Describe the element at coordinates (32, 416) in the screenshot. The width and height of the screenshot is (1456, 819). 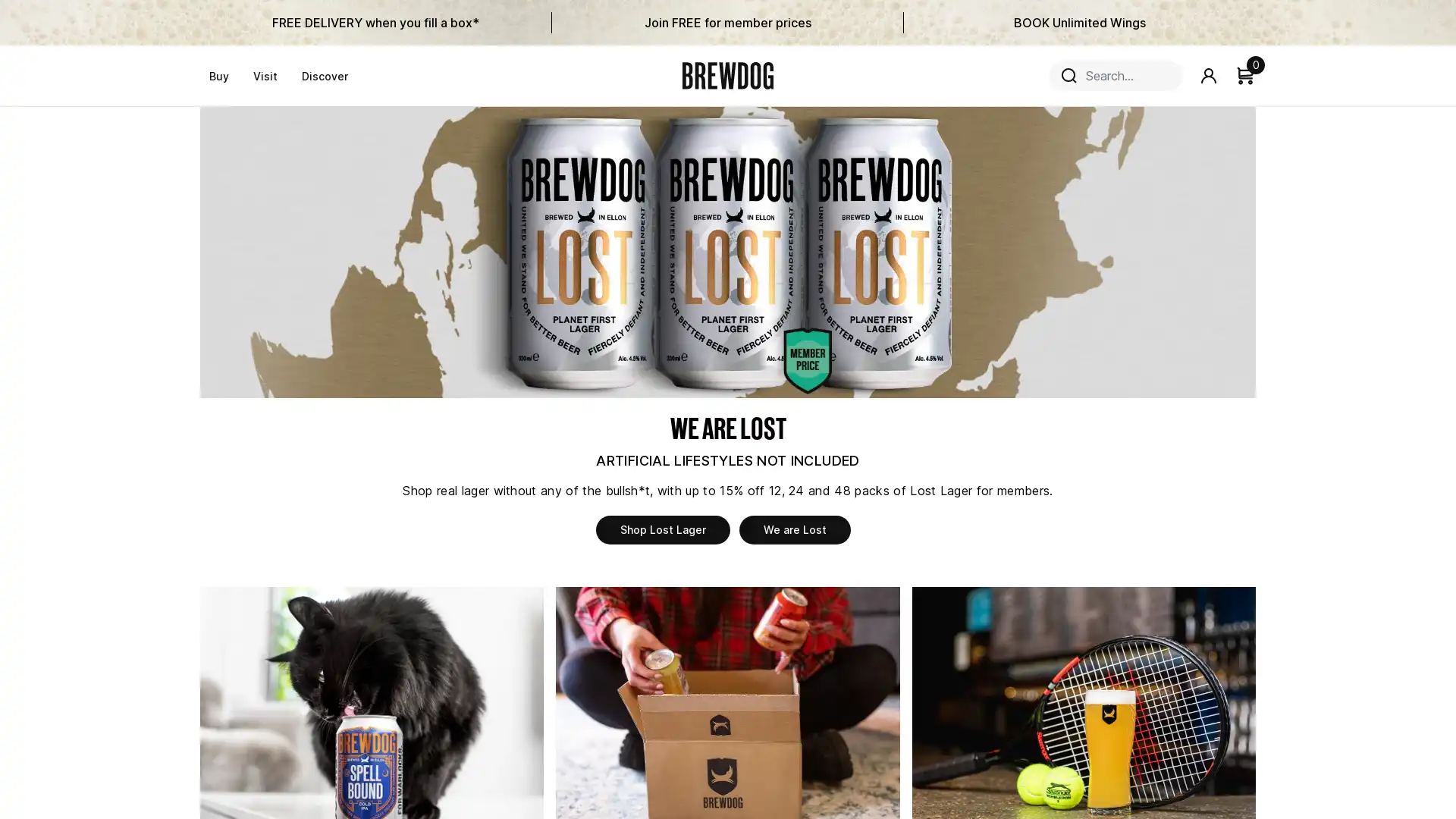
I see `Open accessibility options, statement and help` at that location.